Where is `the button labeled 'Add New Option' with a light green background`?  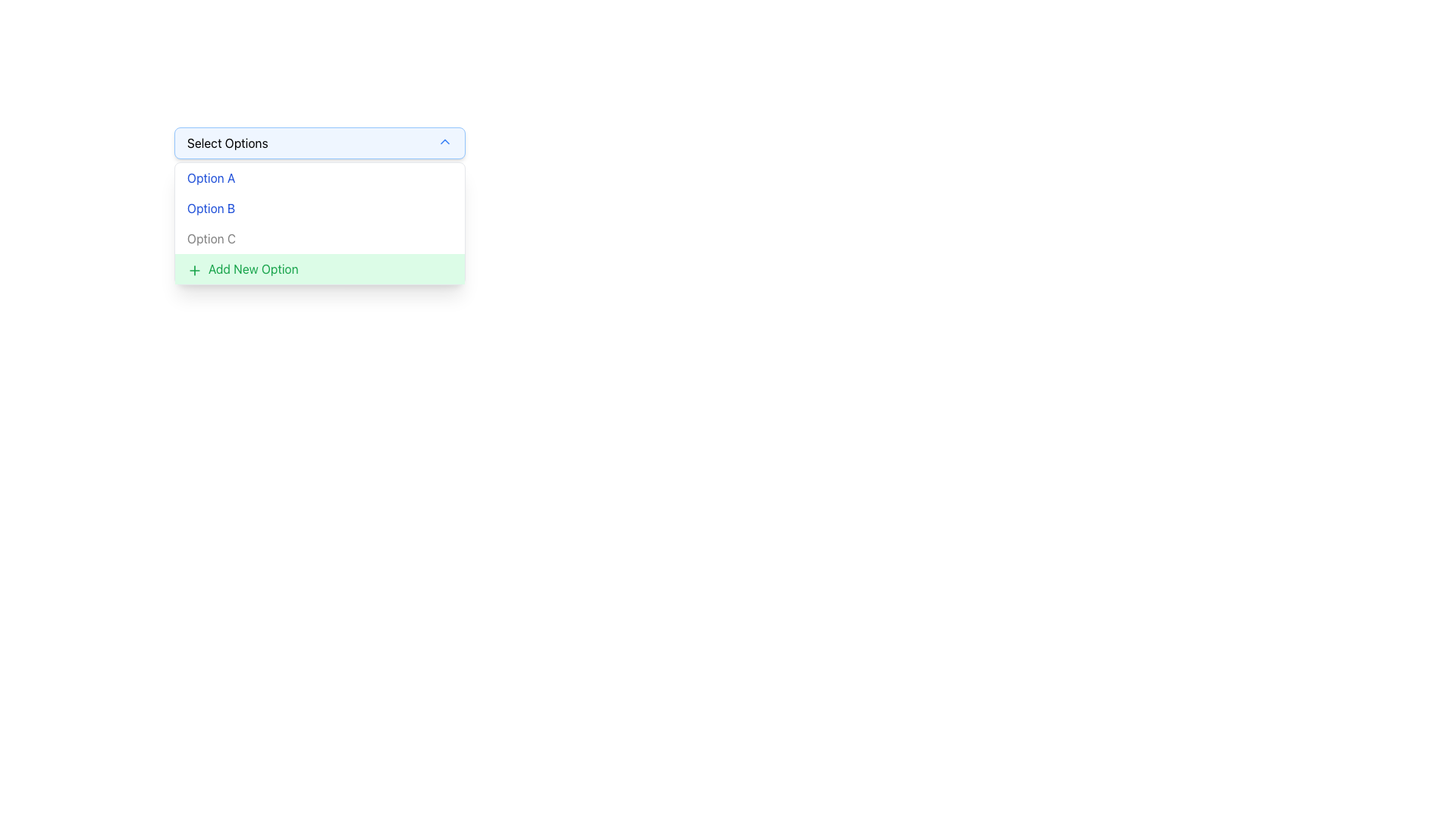
the button labeled 'Add New Option' with a light green background is located at coordinates (319, 268).